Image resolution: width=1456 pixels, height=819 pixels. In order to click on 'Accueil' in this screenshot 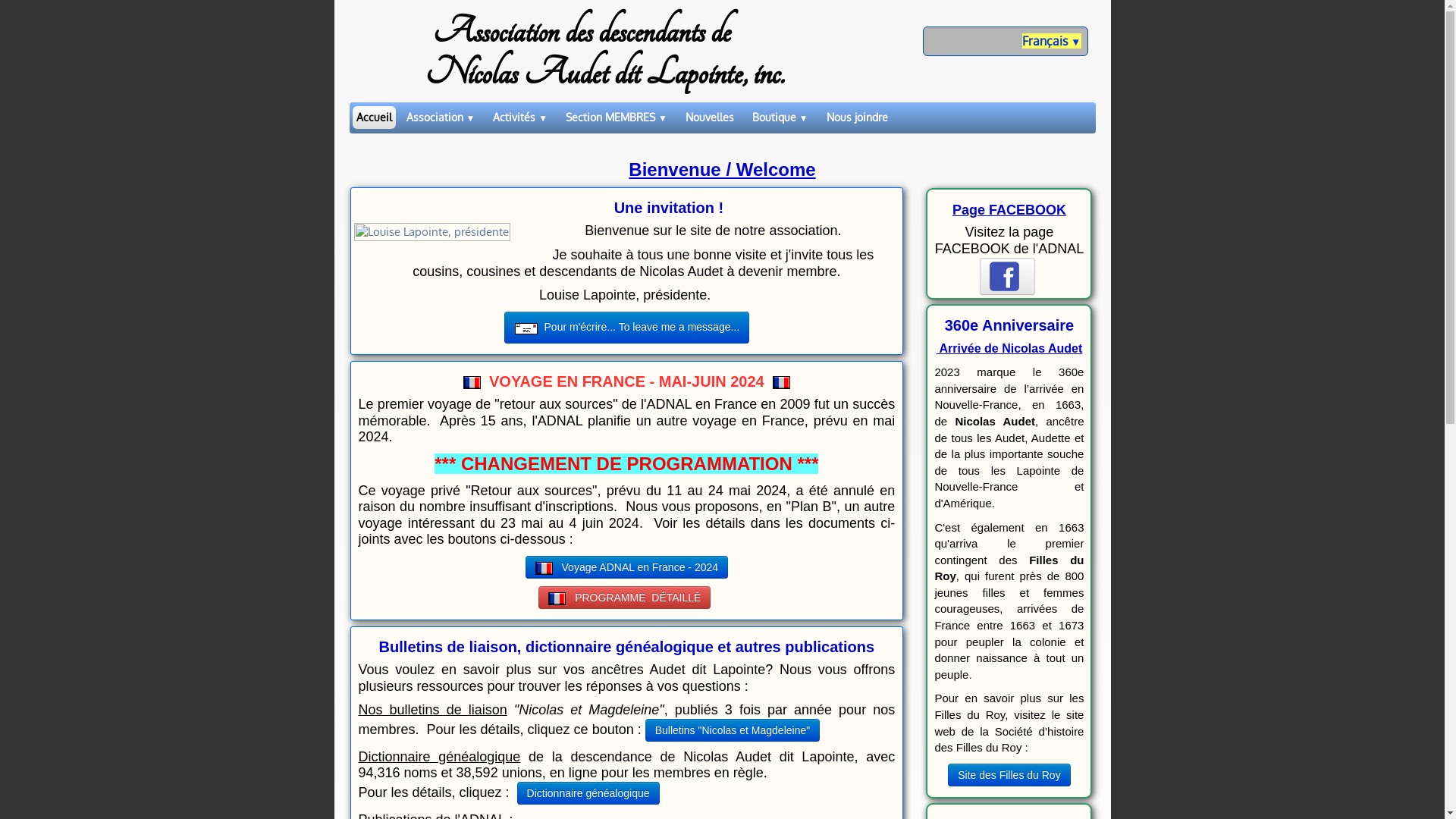, I will do `click(351, 116)`.